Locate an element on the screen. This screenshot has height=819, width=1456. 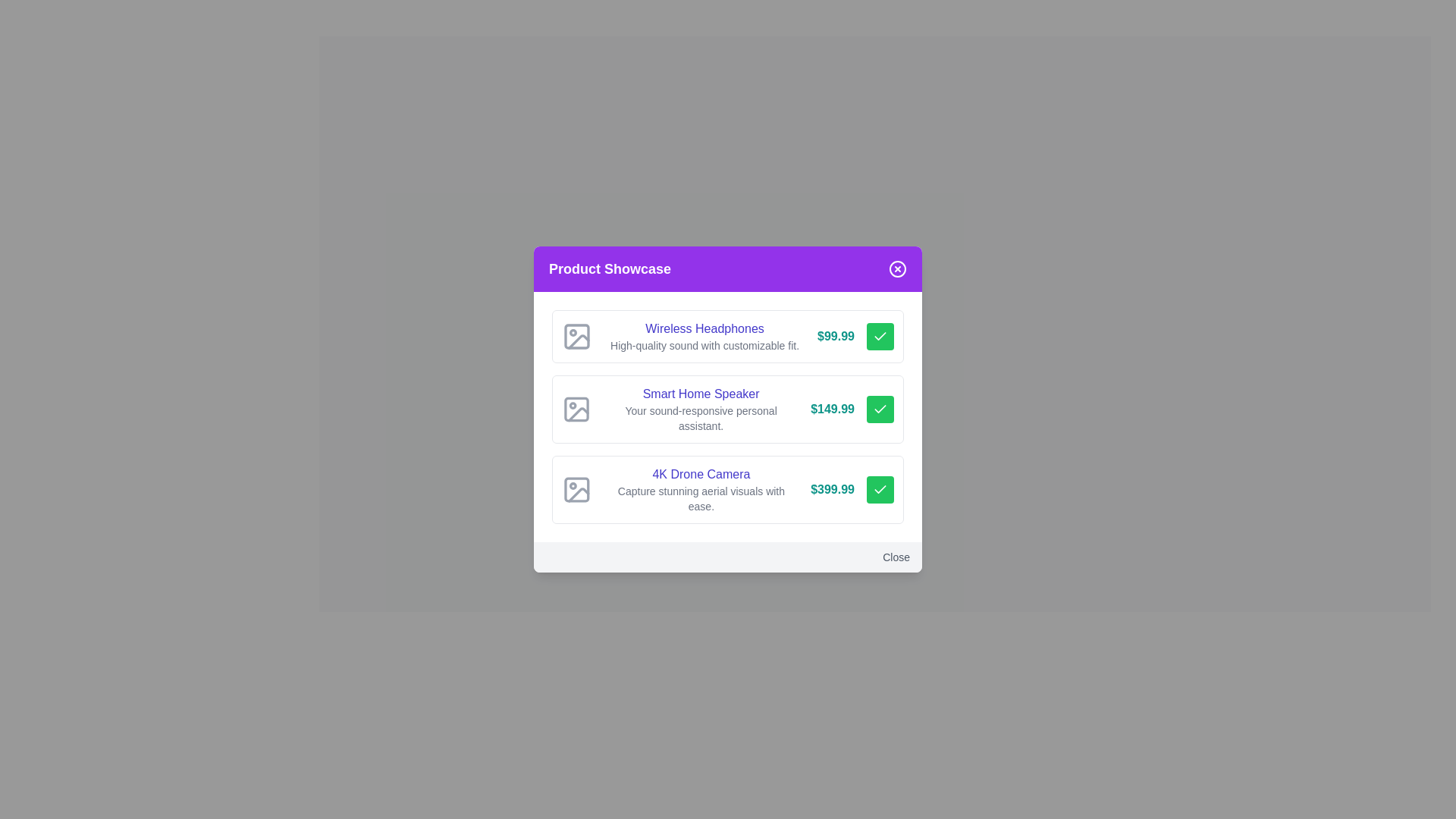
the 'Wireless Headphones' text description component in the 'Product Showcase' modal is located at coordinates (704, 335).